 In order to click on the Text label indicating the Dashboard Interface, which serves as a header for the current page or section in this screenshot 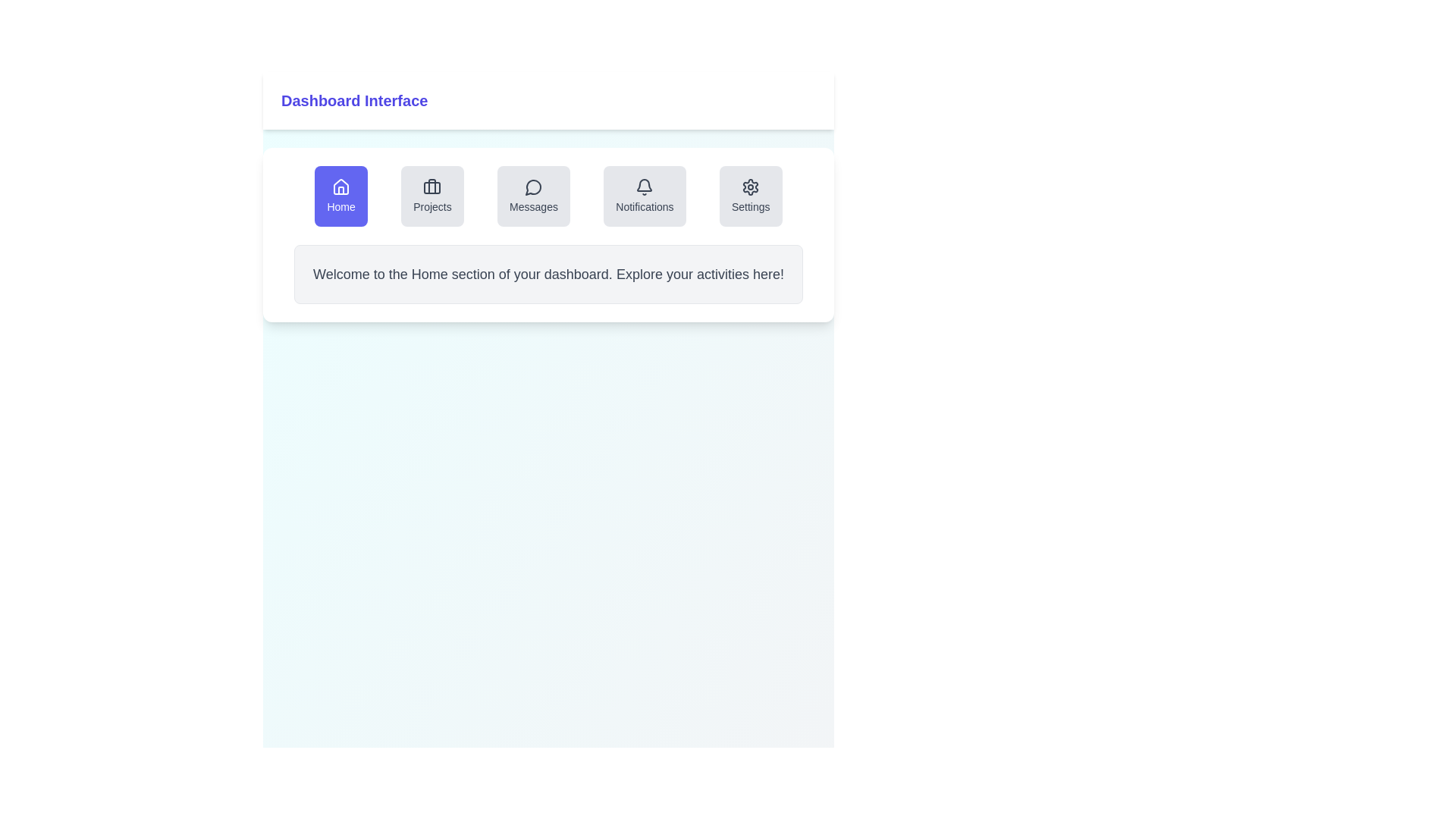, I will do `click(353, 100)`.